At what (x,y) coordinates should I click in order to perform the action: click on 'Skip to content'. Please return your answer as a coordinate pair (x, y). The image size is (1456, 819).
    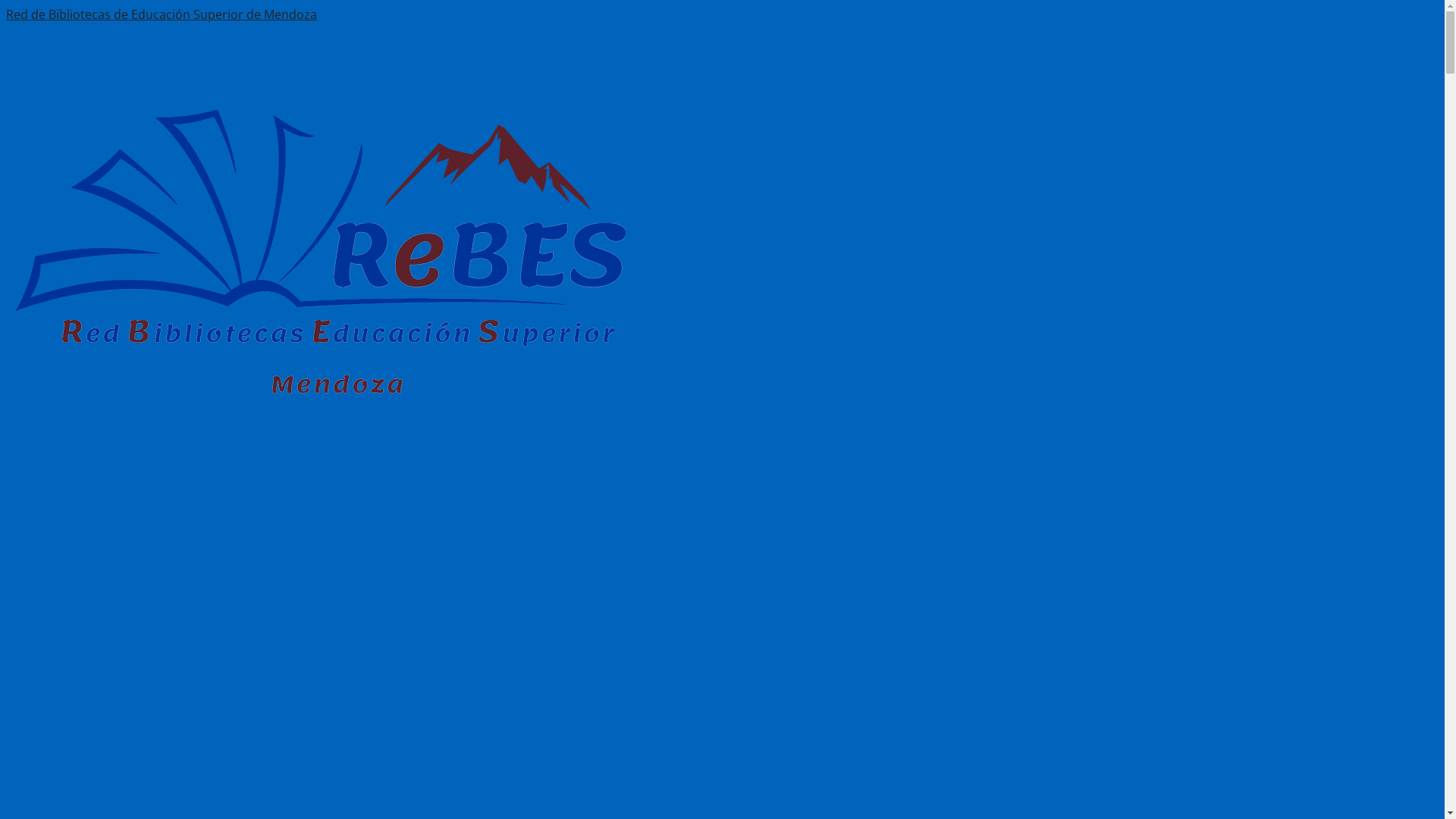
    Looking at the image, I should click on (49, 14).